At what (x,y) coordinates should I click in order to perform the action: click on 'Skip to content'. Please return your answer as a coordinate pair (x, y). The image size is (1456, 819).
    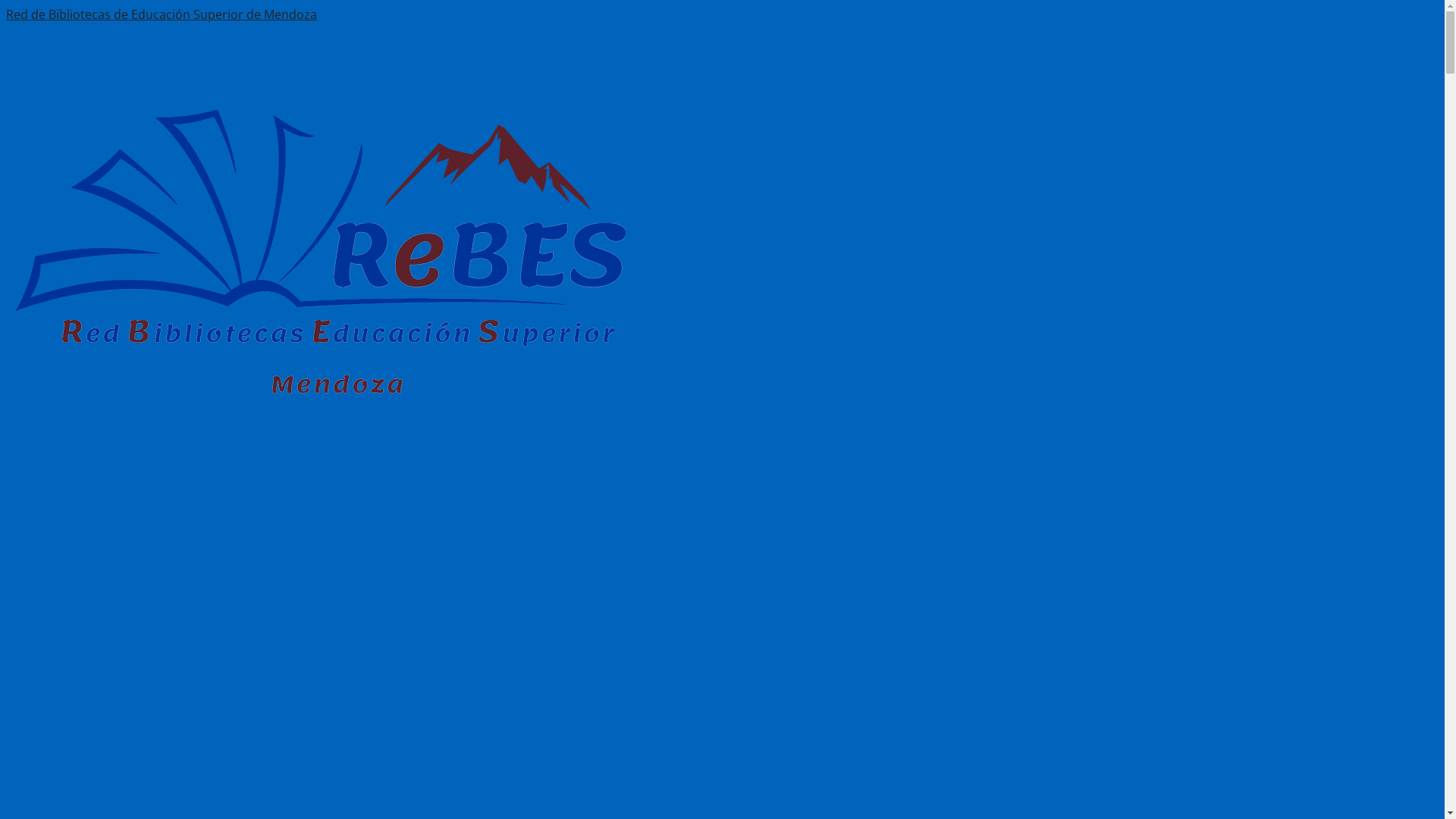
    Looking at the image, I should click on (49, 14).